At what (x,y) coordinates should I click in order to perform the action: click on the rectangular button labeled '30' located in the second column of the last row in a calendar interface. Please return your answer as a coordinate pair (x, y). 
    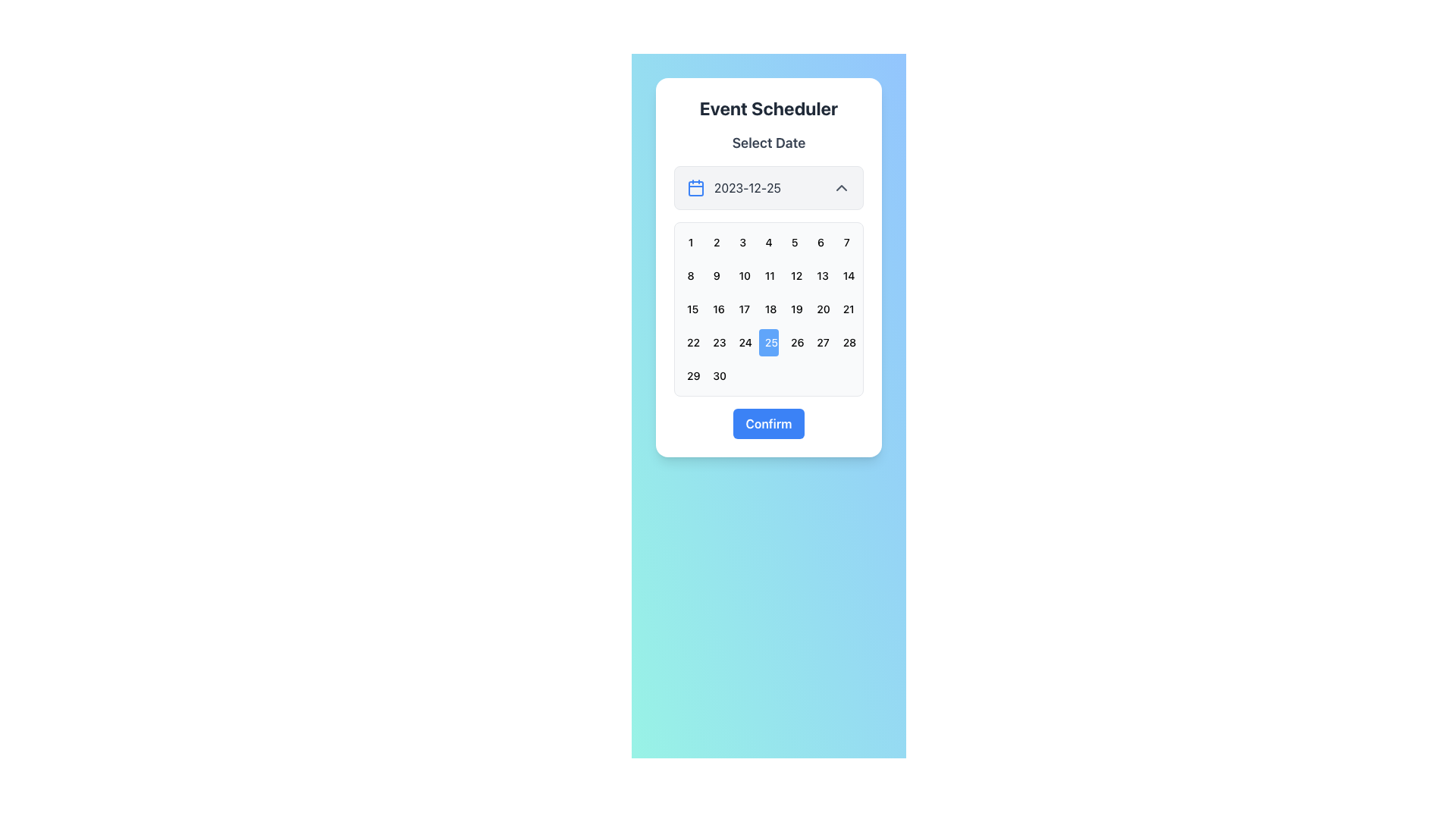
    Looking at the image, I should click on (716, 375).